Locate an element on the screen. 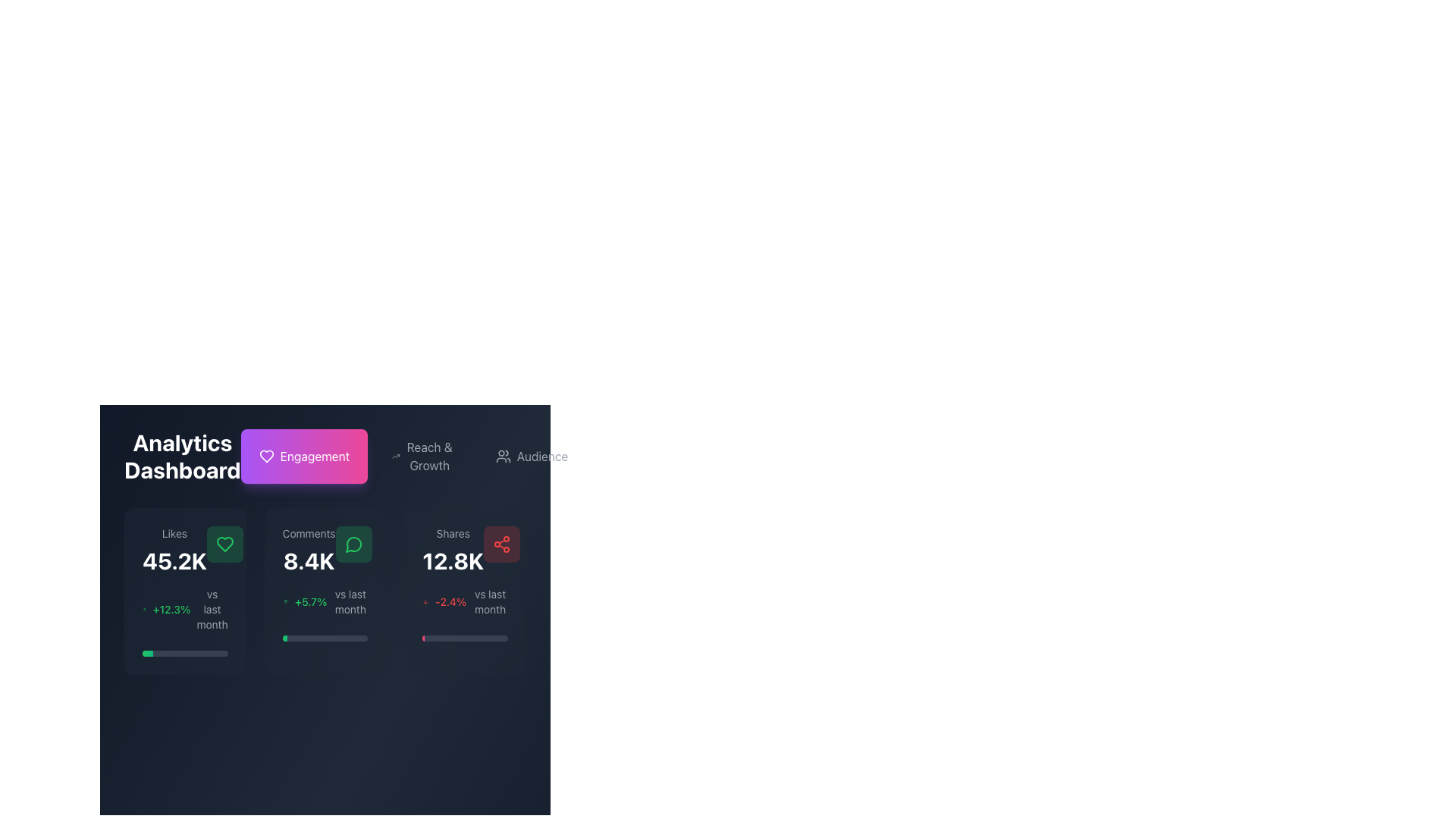  numerical count of shares displayed in the central text element located within the 'Shares' card on the dashboard is located at coordinates (452, 561).